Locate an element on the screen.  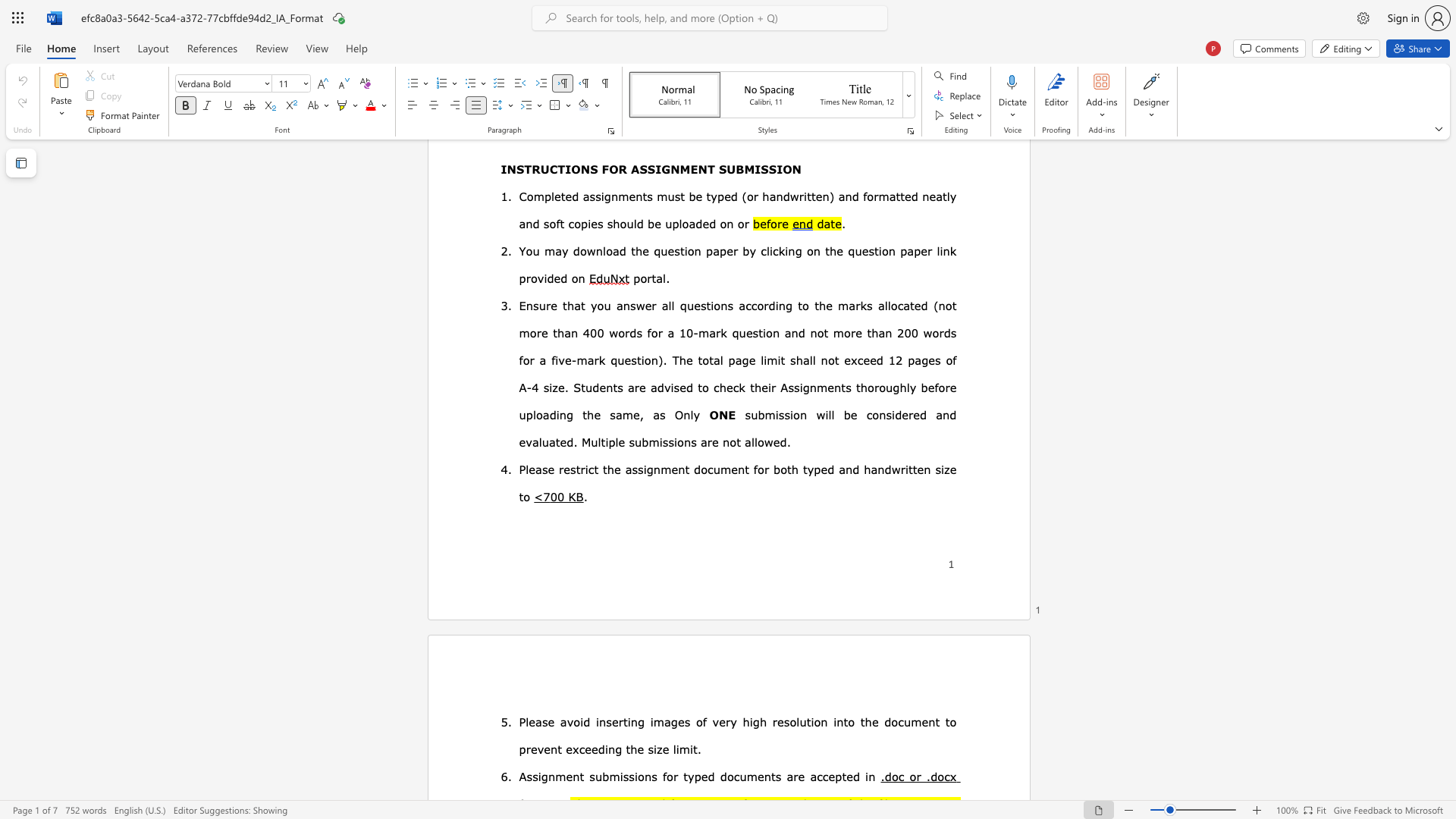
the subset text "ed" within the text "are accepted in" is located at coordinates (846, 776).